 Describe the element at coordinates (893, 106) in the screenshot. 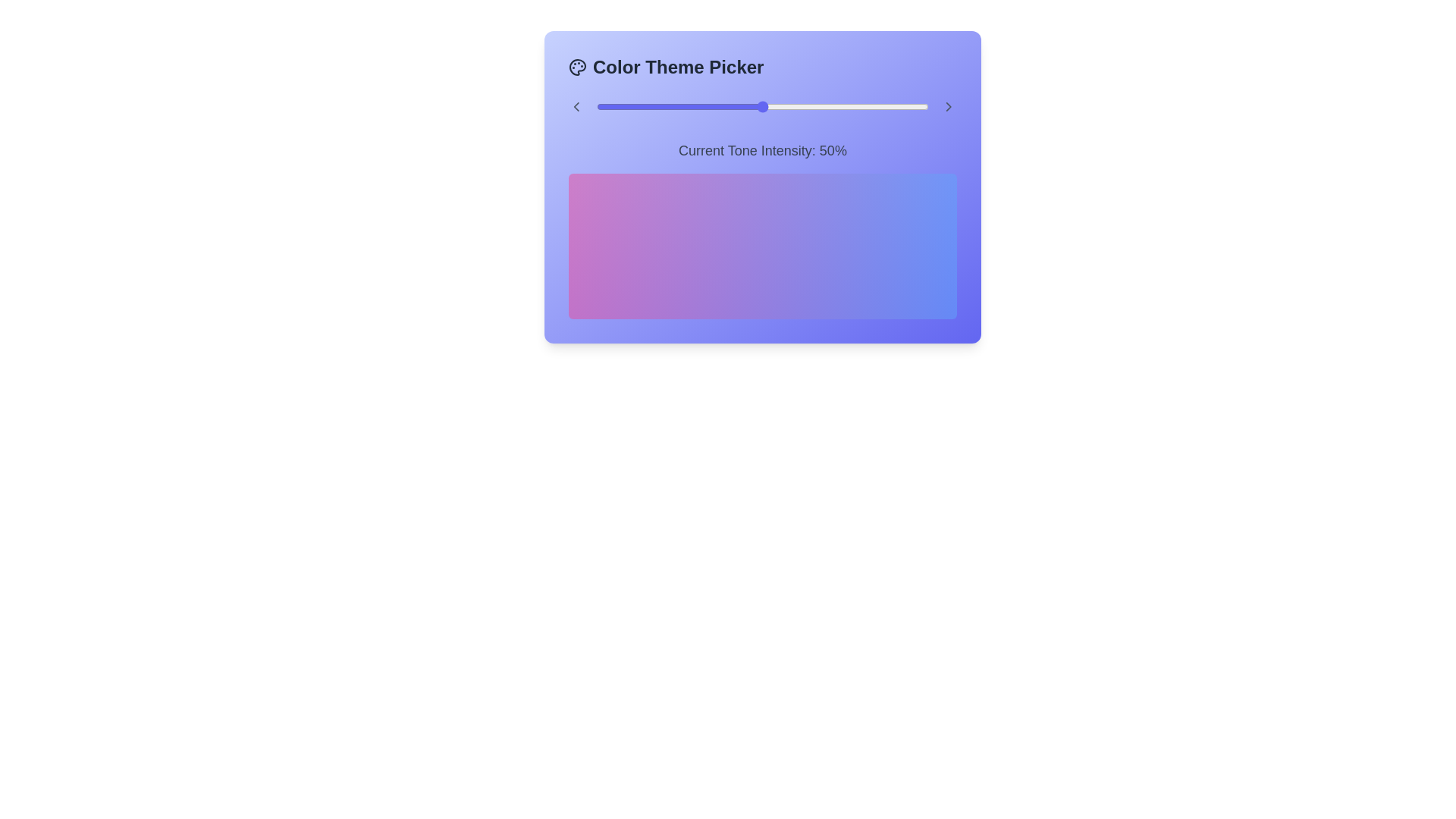

I see `the slider to set the color intensity to 89%` at that location.